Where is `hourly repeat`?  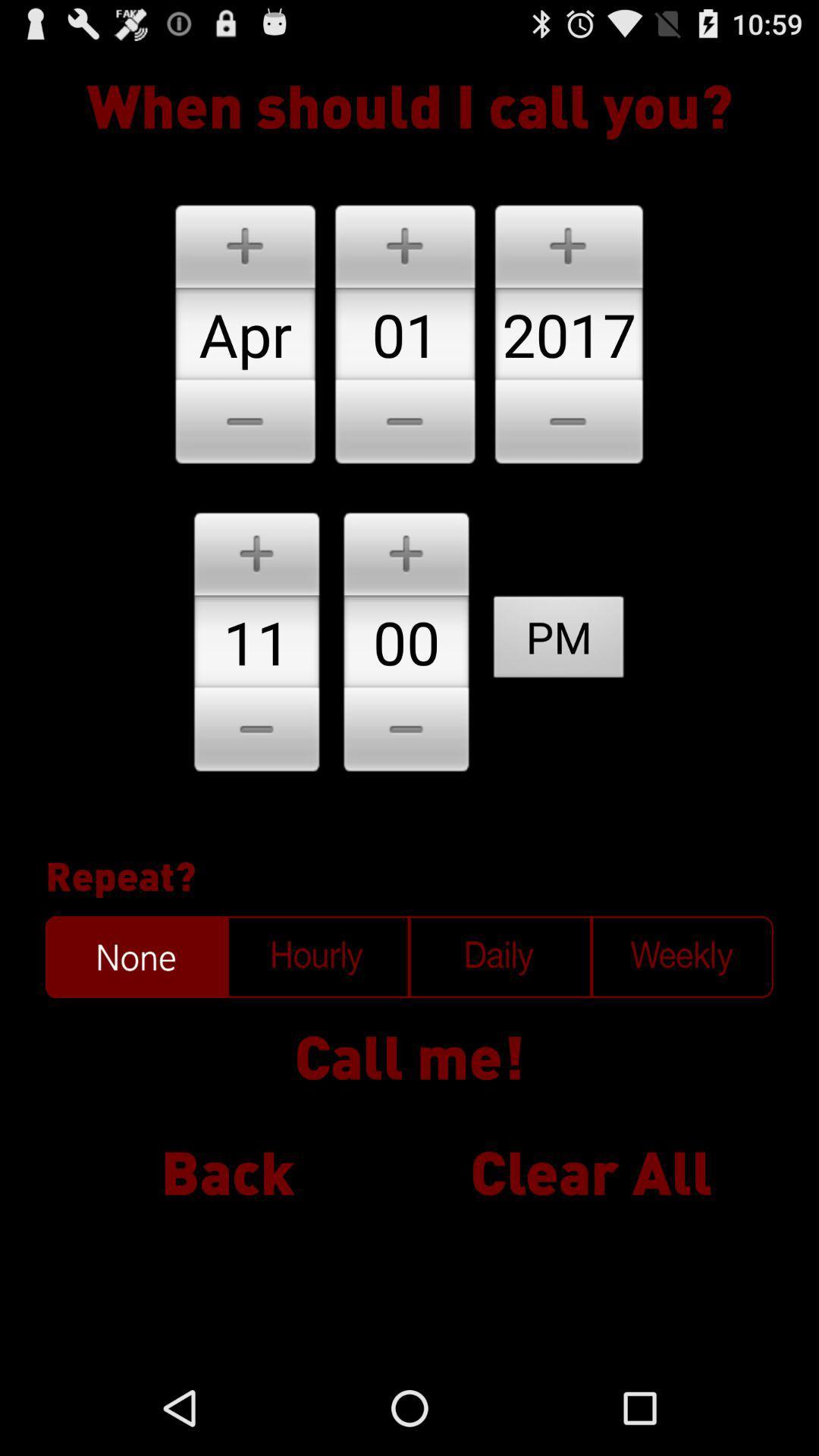
hourly repeat is located at coordinates (318, 956).